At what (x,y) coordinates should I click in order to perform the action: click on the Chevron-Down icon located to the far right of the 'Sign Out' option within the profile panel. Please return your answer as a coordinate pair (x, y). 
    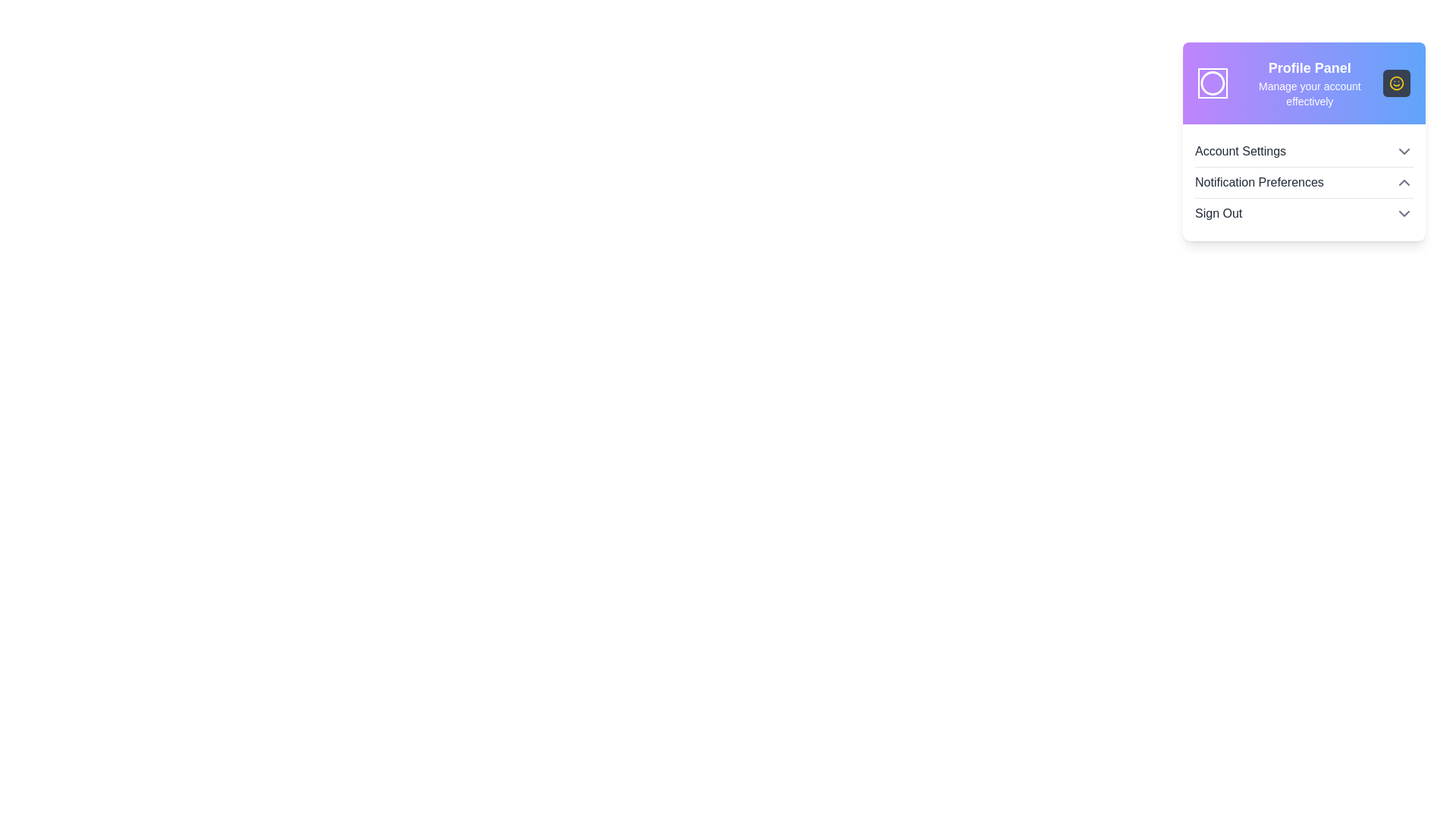
    Looking at the image, I should click on (1404, 213).